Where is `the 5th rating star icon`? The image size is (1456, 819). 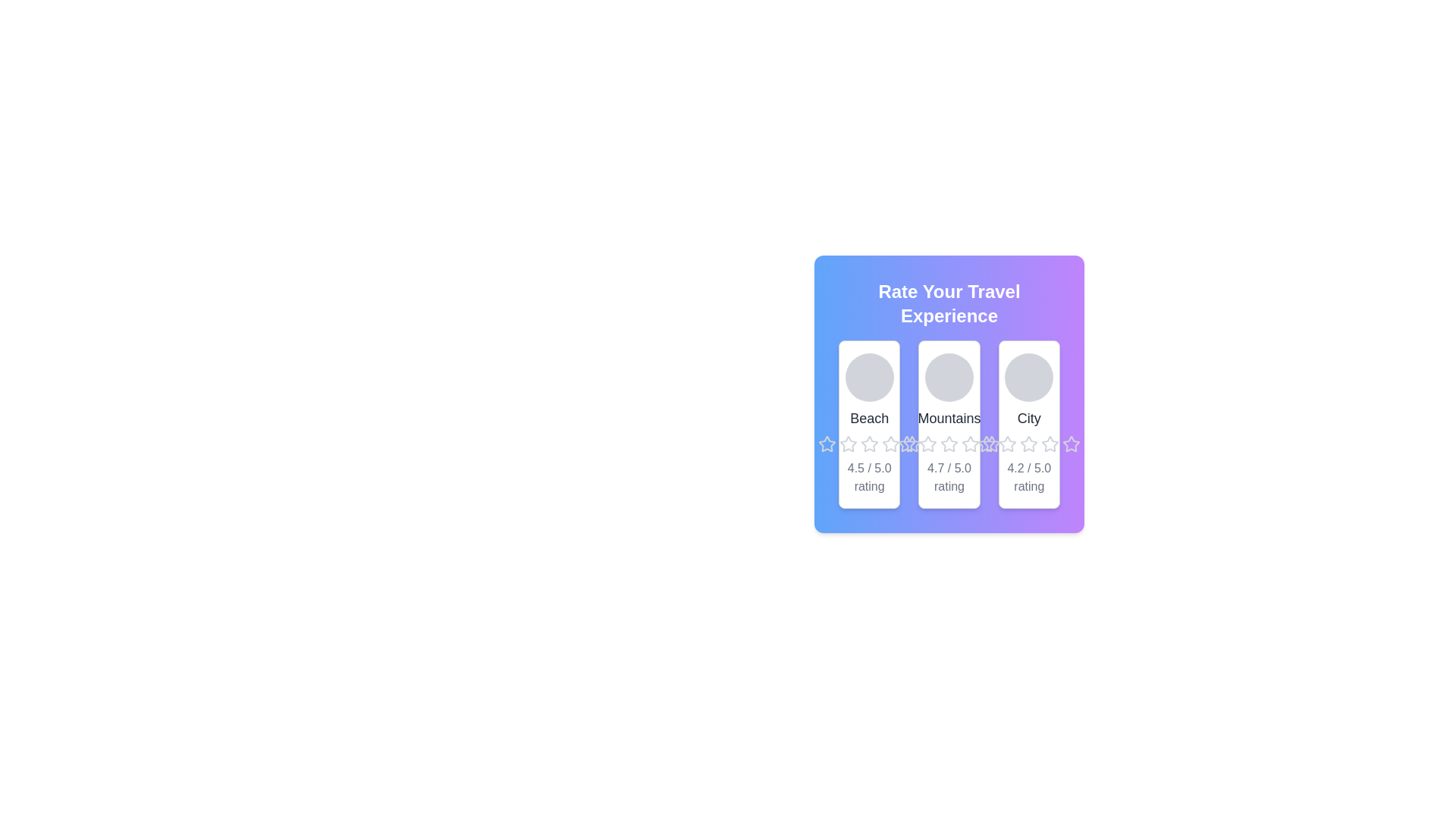
the 5th rating star icon is located at coordinates (1071, 444).